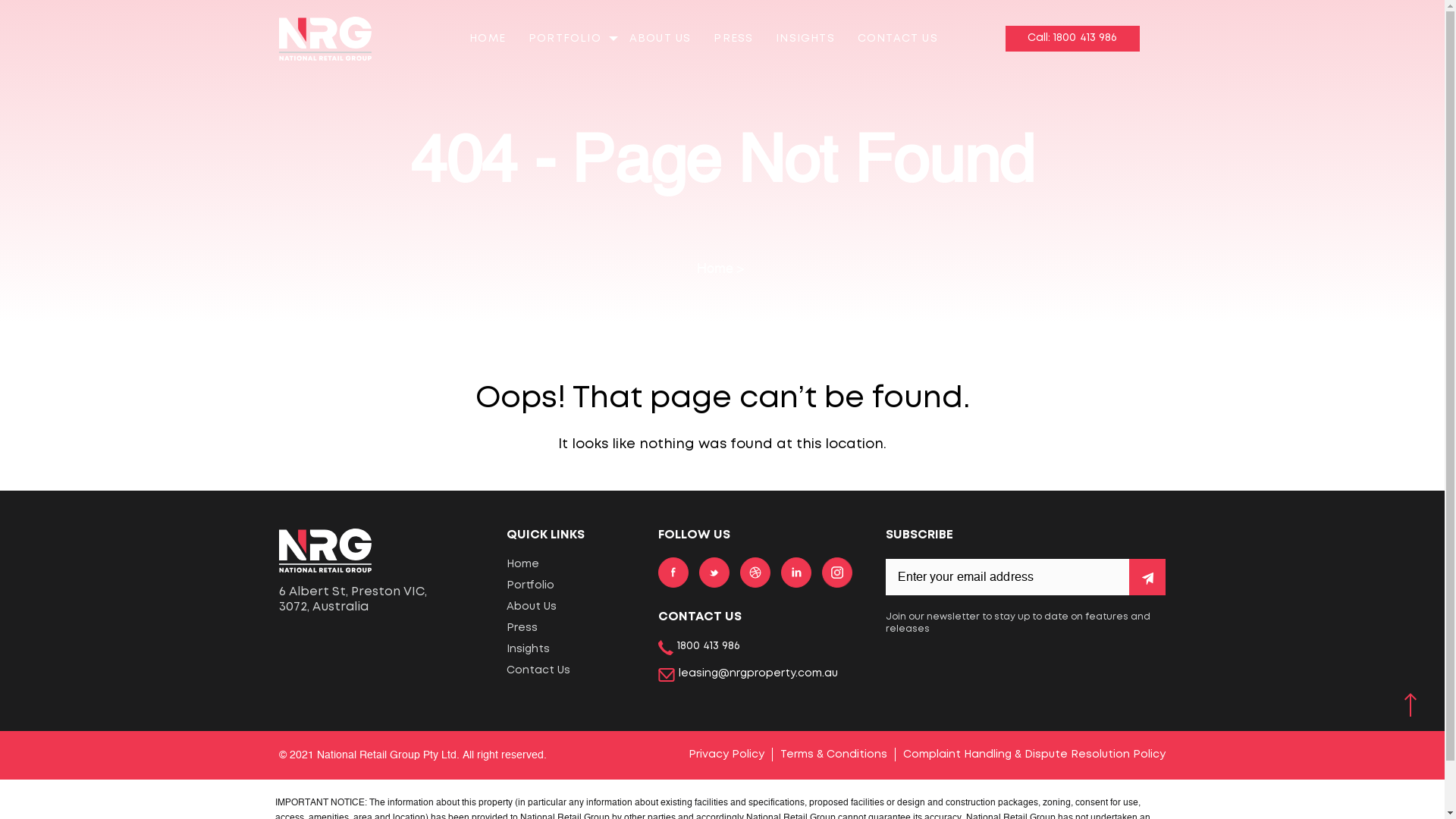  What do you see at coordinates (673, 570) in the screenshot?
I see `'Facebook'` at bounding box center [673, 570].